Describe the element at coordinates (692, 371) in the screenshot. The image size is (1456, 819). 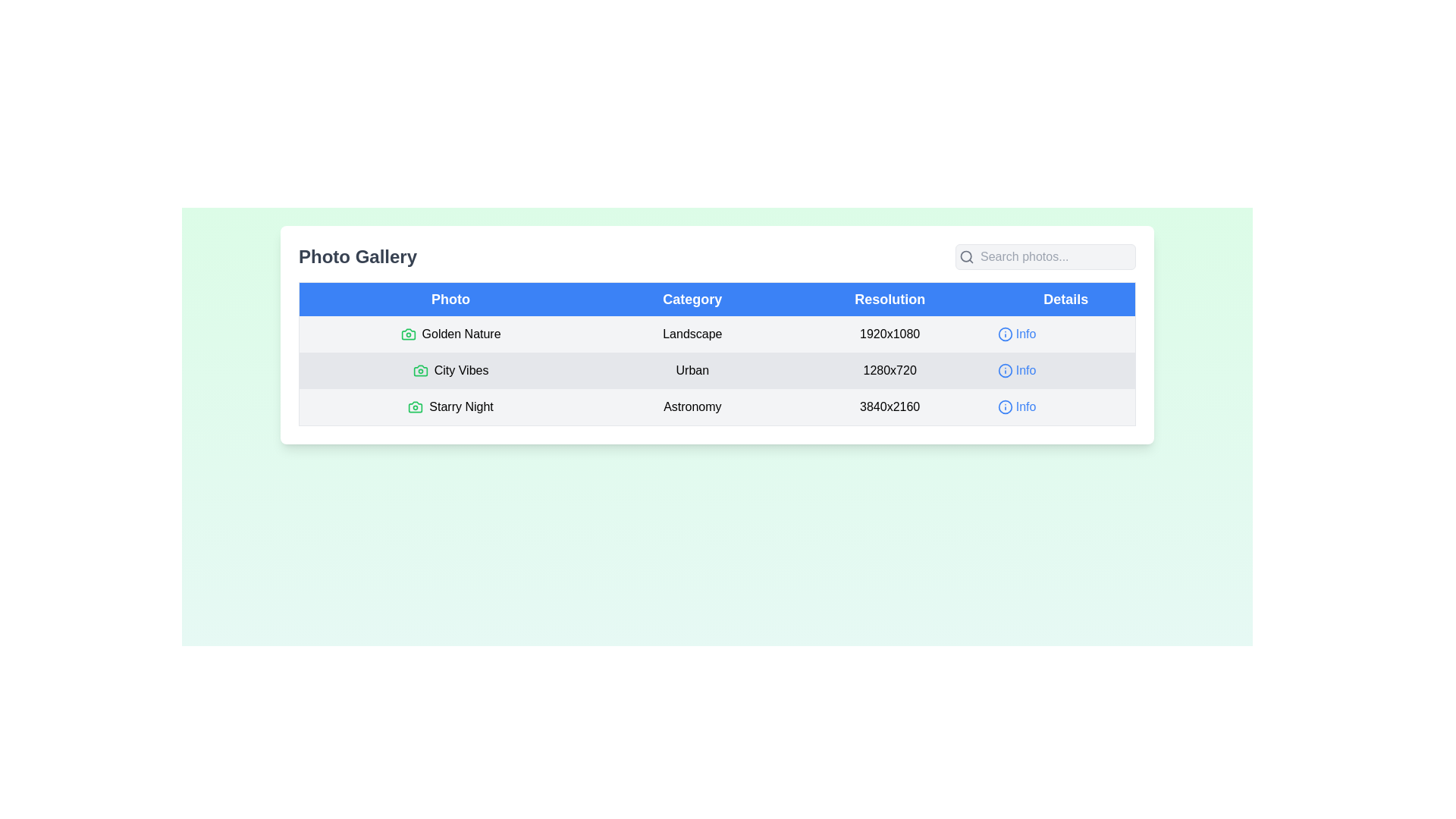
I see `the text label indicating the category 'Urban' for the 'City Vibes' entry in the table, which is located in the second row under the 'Category' column` at that location.